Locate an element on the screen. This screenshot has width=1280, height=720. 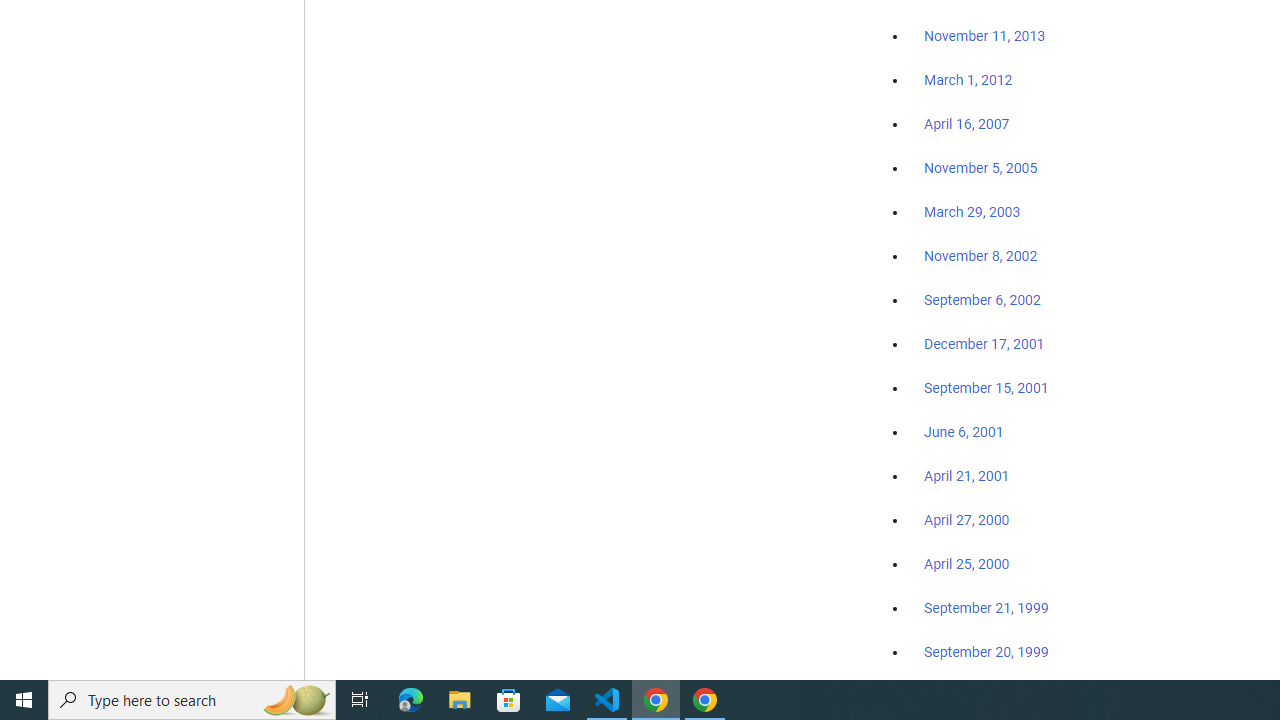
'September 21, 1999' is located at coordinates (986, 607).